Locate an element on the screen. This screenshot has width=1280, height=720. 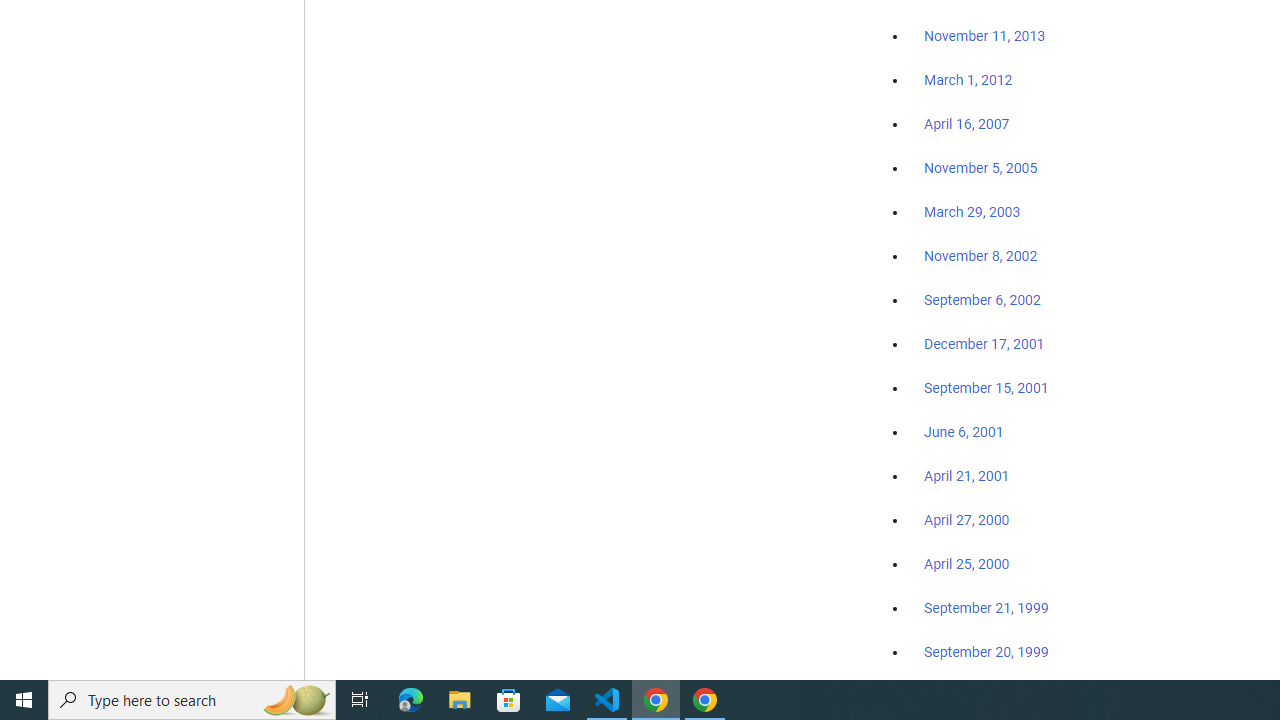
'September 21, 1999' is located at coordinates (986, 607).